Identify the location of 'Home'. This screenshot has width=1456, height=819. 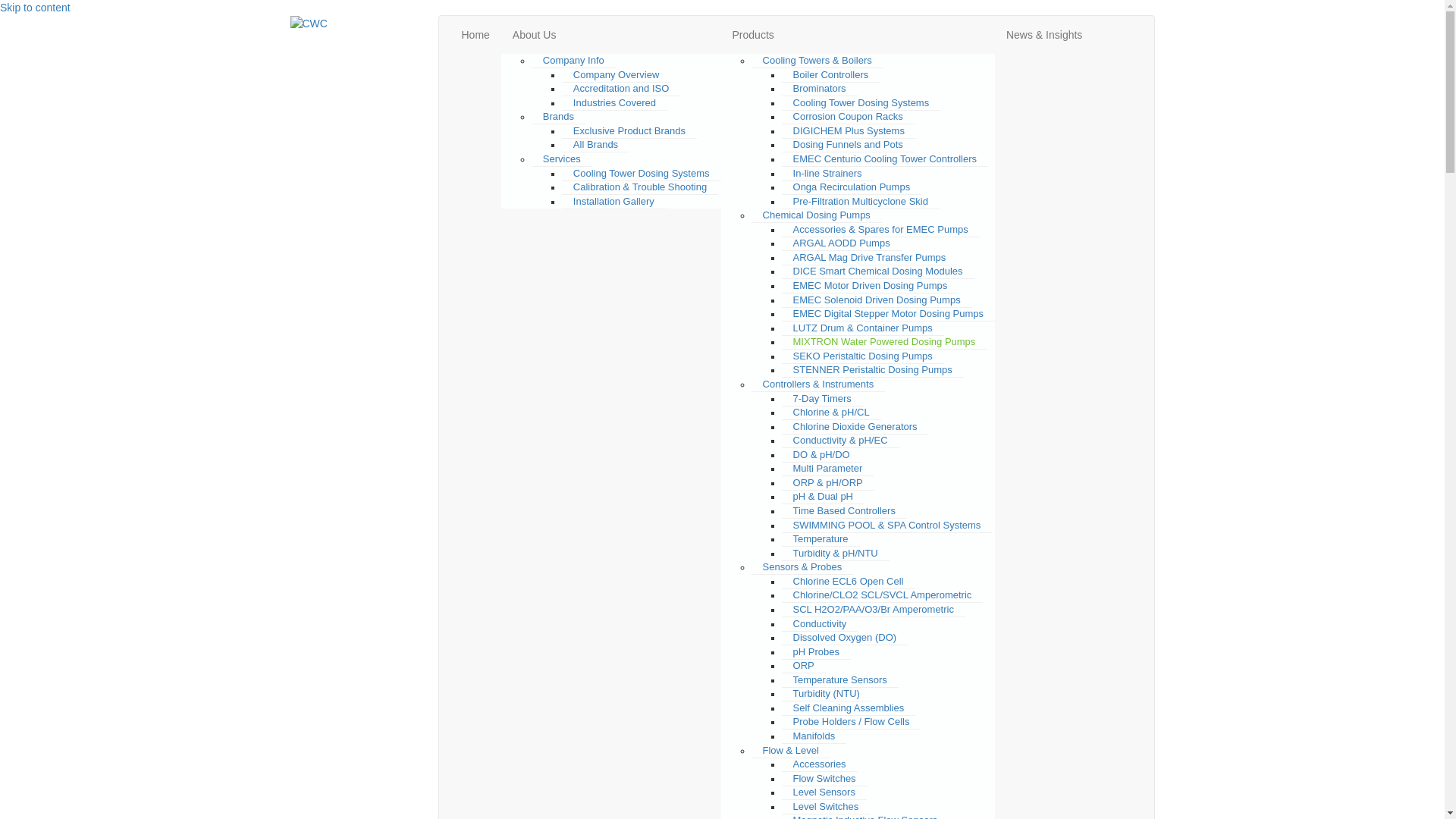
(475, 34).